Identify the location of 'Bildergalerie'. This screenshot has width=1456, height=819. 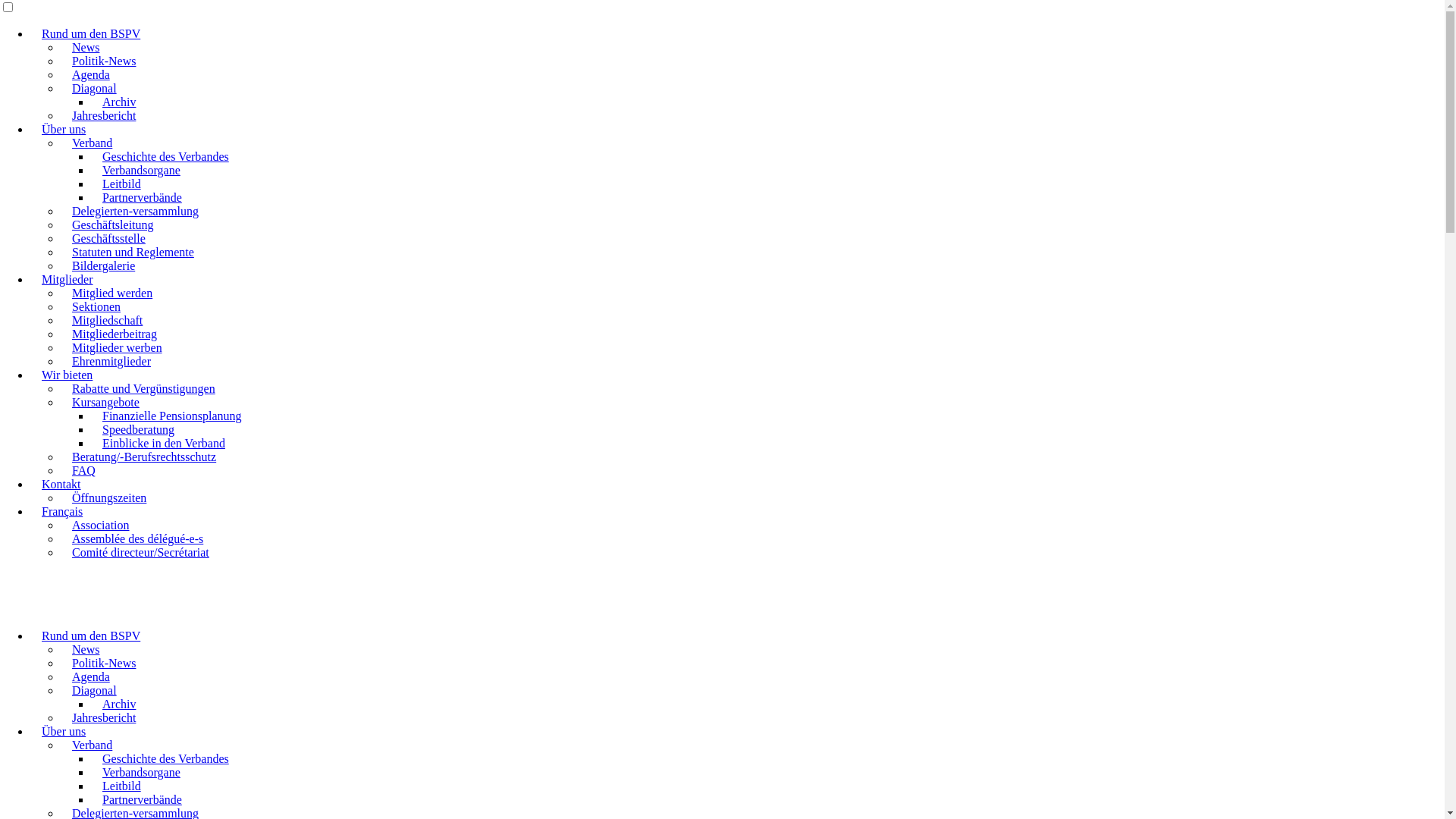
(102, 265).